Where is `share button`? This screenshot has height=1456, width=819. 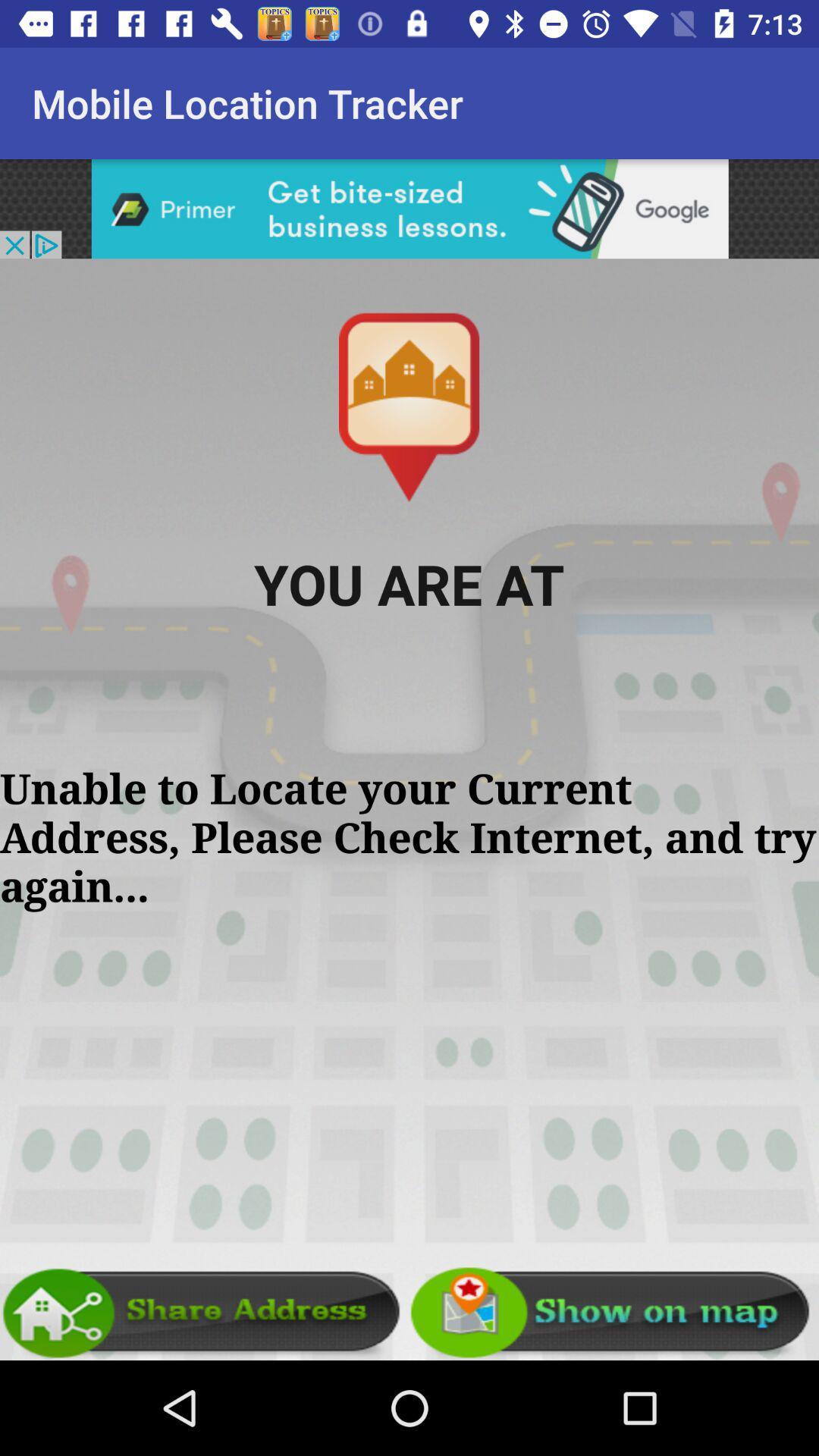
share button is located at coordinates (205, 1312).